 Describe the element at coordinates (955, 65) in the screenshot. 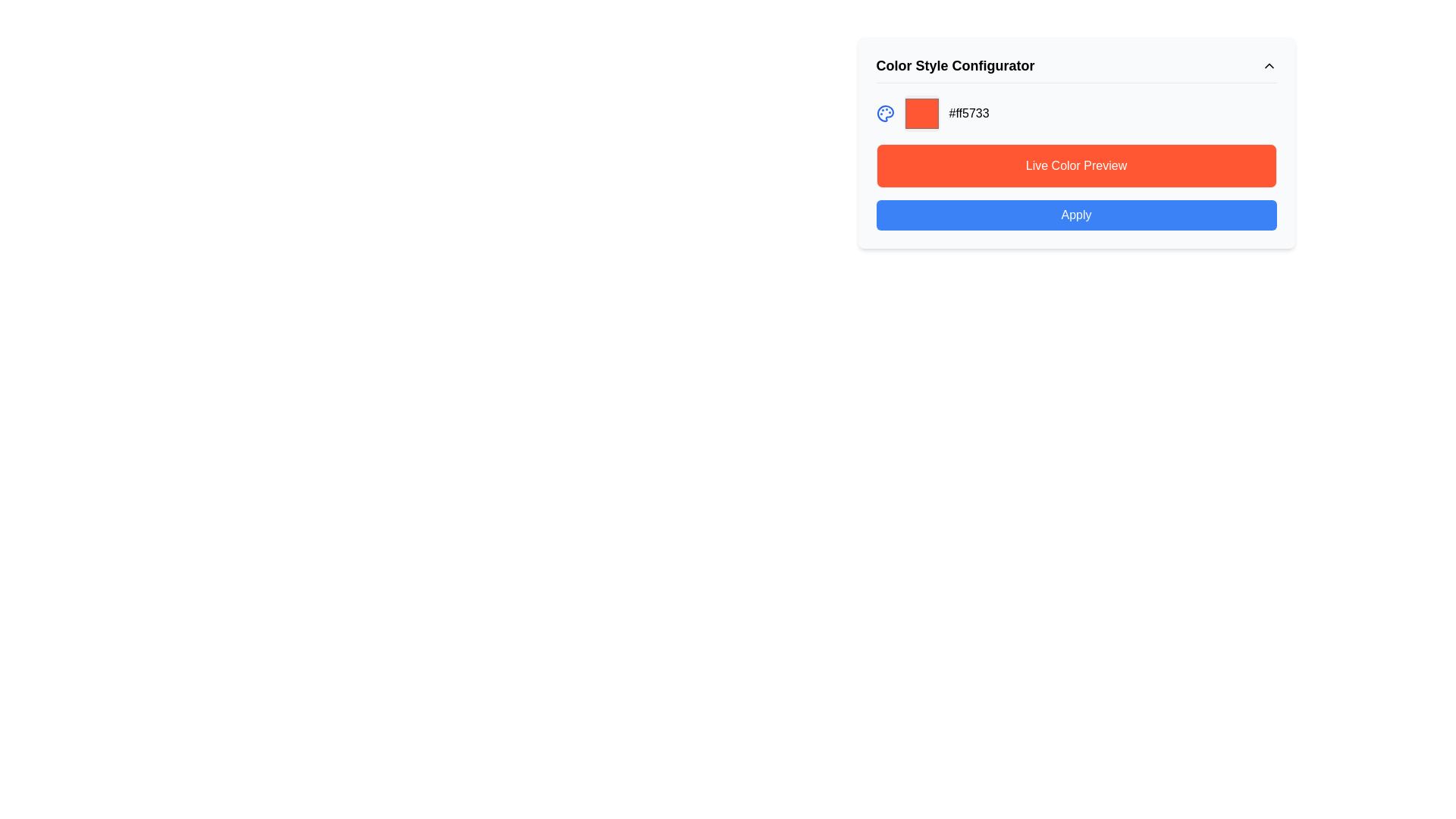

I see `the bold text label that reads 'Color Style Configurator', which is prominently displayed at the top section of the configurator interface` at that location.